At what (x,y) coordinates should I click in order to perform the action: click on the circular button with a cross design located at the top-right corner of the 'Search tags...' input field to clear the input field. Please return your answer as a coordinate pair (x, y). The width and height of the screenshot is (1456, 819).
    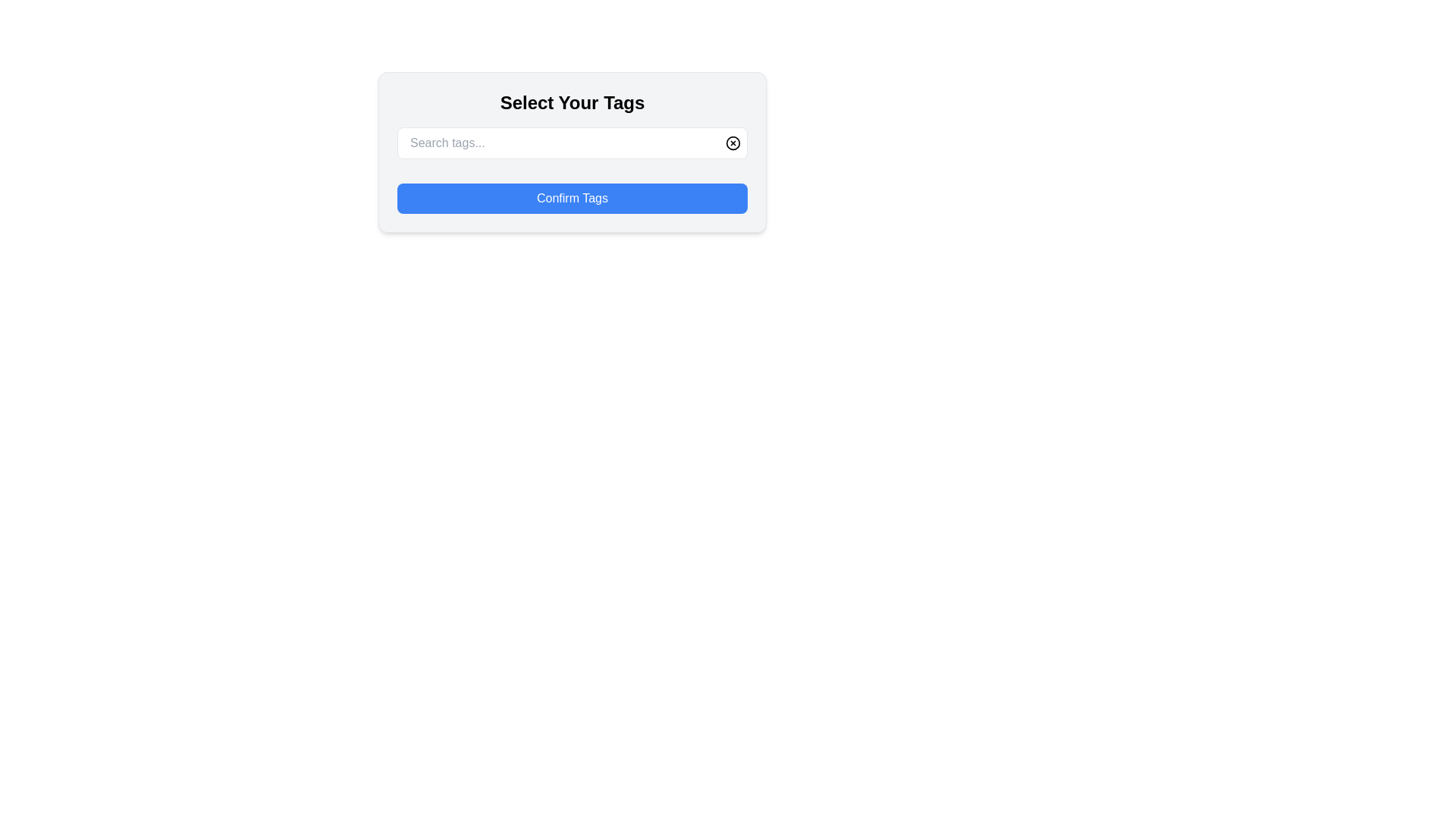
    Looking at the image, I should click on (733, 143).